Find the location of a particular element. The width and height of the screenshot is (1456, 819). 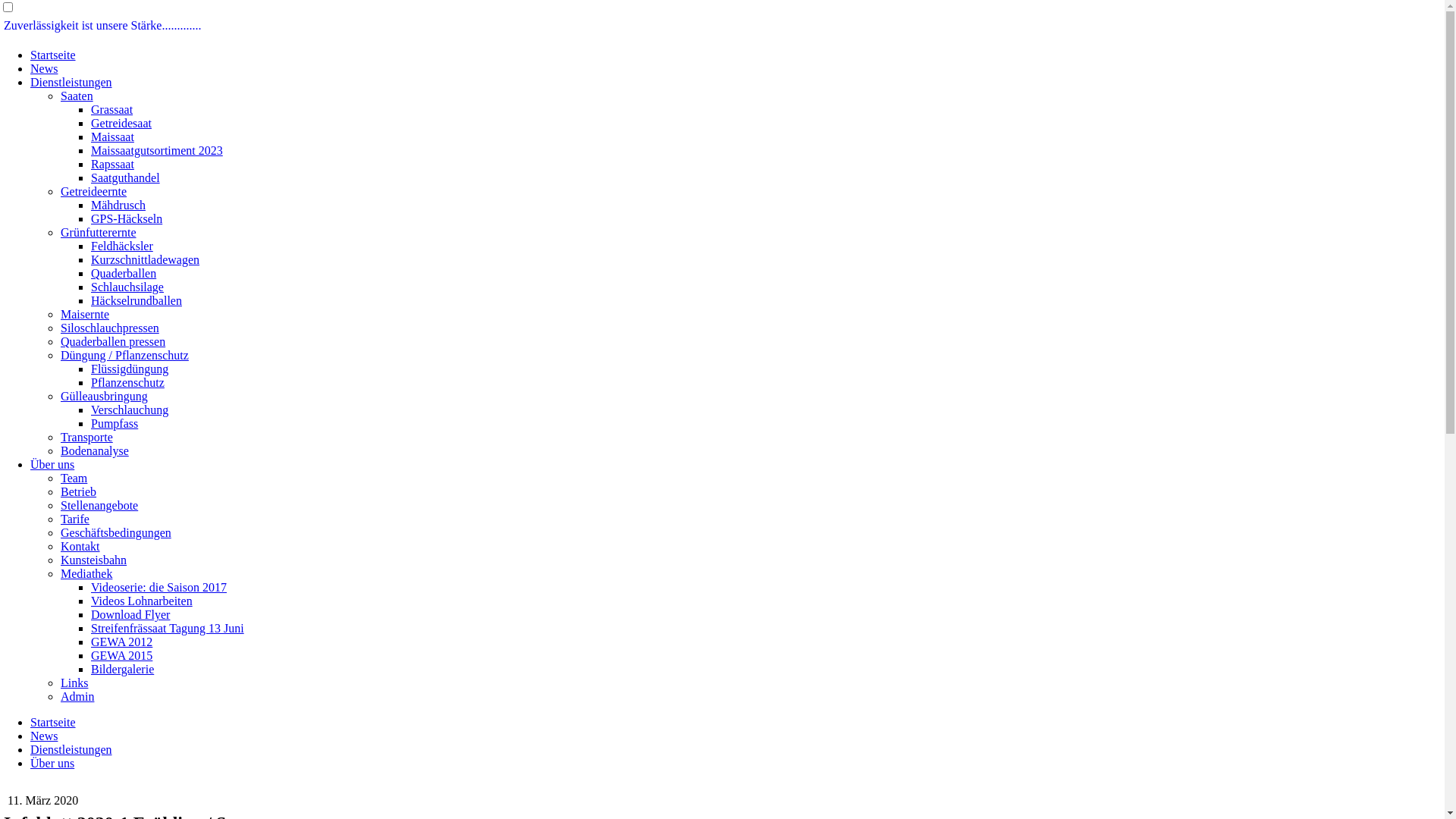

'Kurzschnittladewagen' is located at coordinates (145, 259).